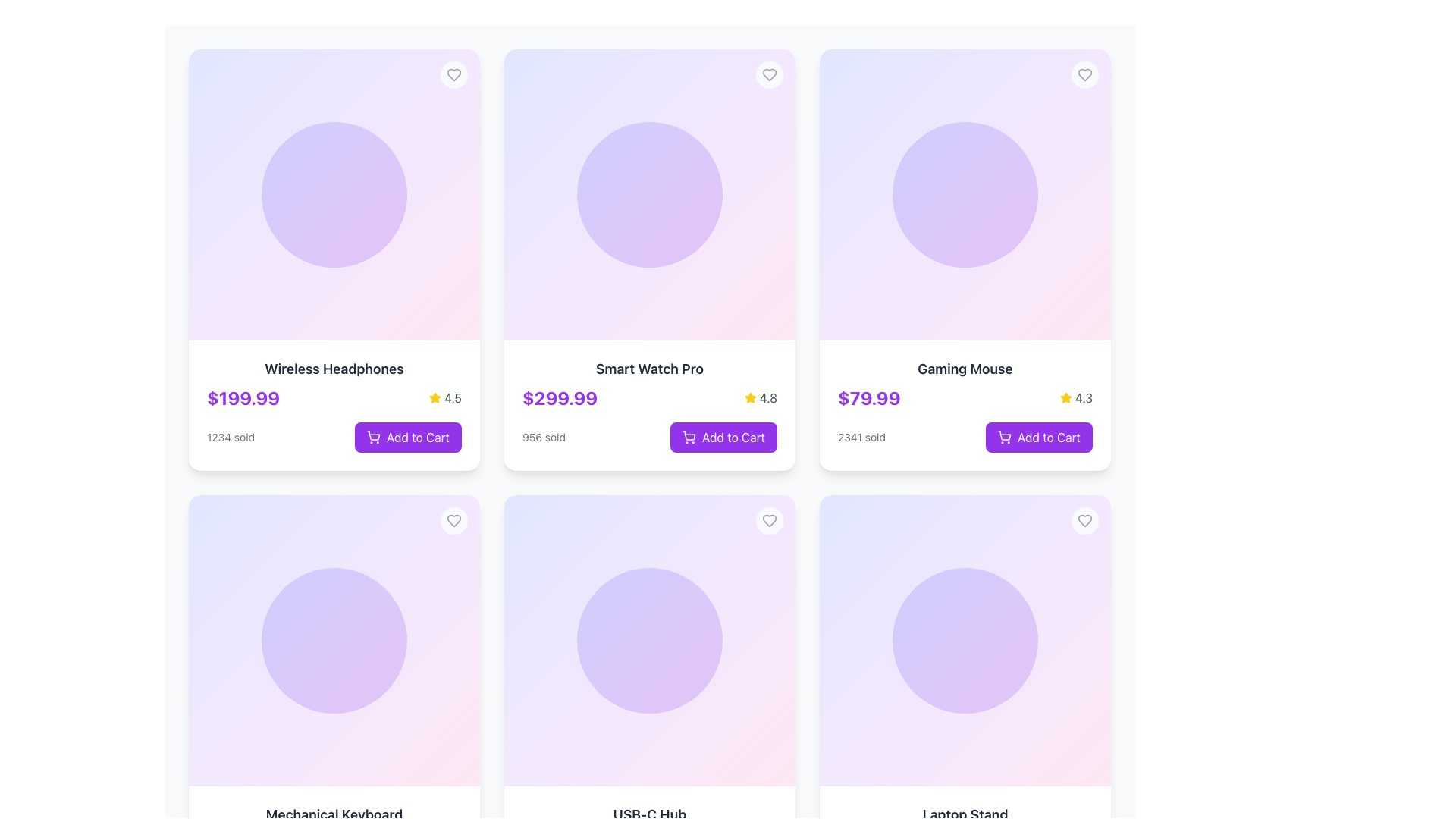 Image resolution: width=1456 pixels, height=819 pixels. I want to click on the heart-shaped icon with a gray outline located at the top-right corner of the 'USB-C Hub' product card to trigger the tooltip, so click(769, 519).